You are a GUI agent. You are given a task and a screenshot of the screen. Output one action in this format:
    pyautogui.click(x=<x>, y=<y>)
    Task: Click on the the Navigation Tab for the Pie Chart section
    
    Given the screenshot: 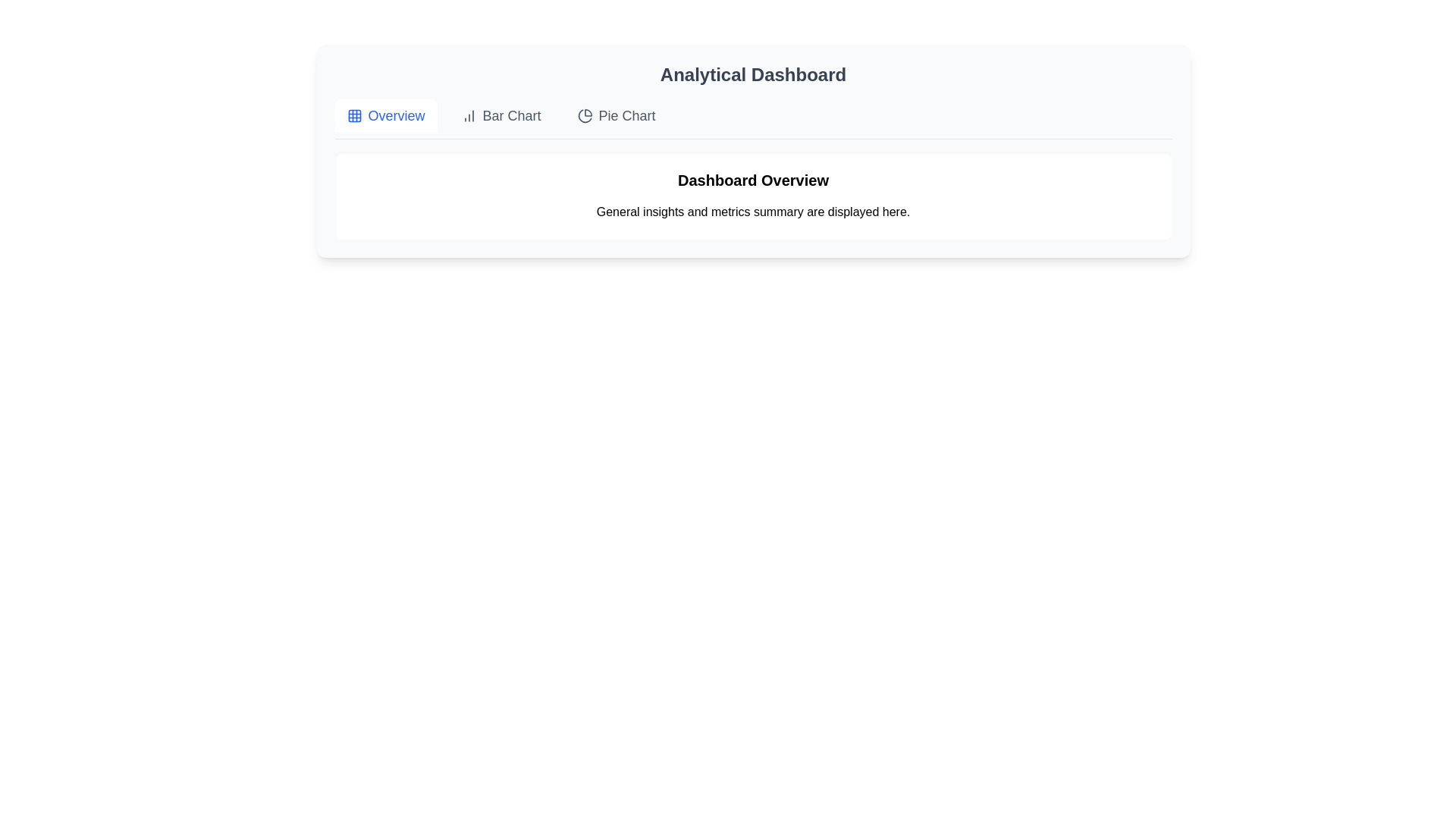 What is the action you would take?
    pyautogui.click(x=617, y=115)
    